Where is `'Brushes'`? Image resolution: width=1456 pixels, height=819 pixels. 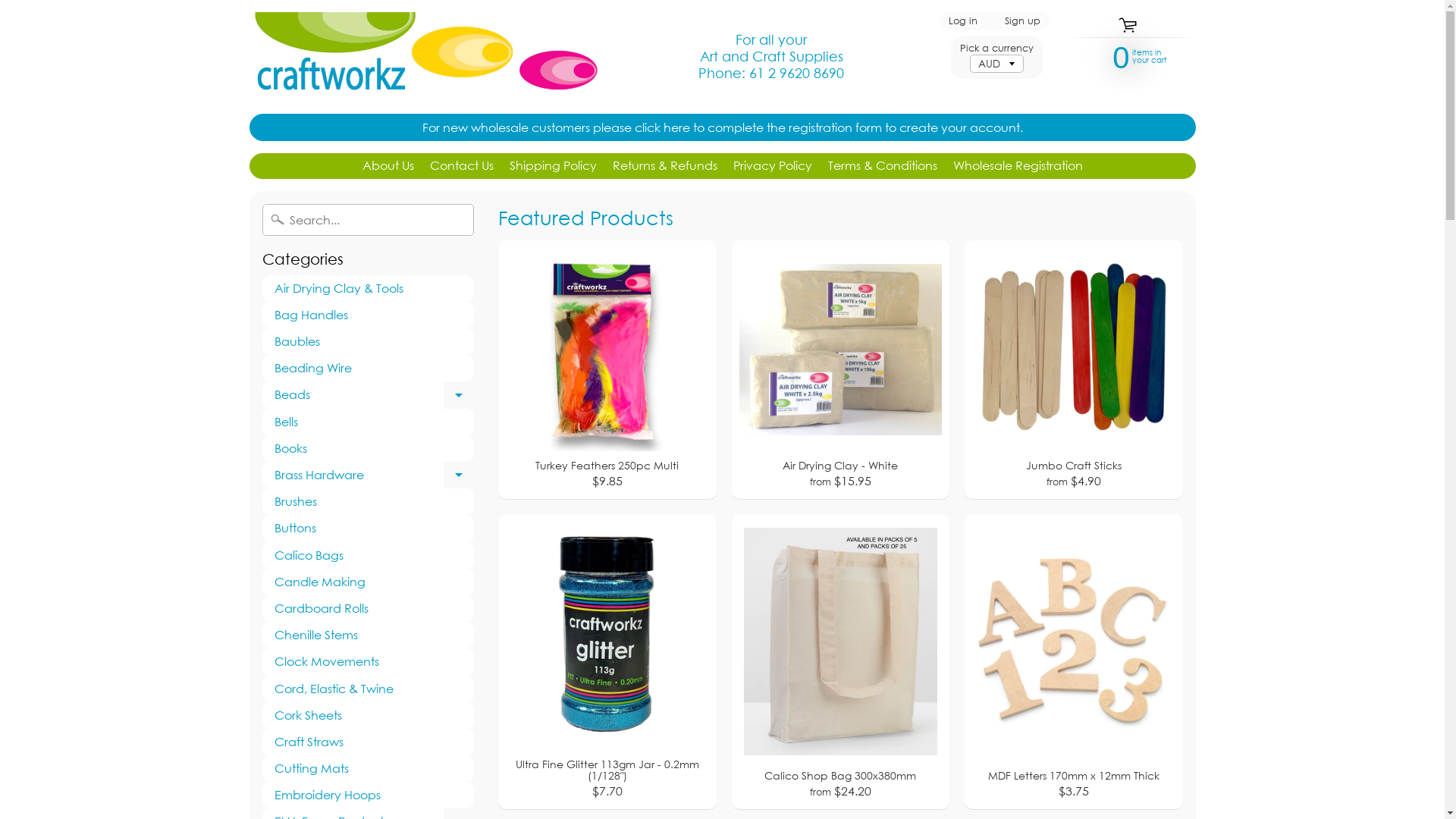
'Brushes' is located at coordinates (262, 501).